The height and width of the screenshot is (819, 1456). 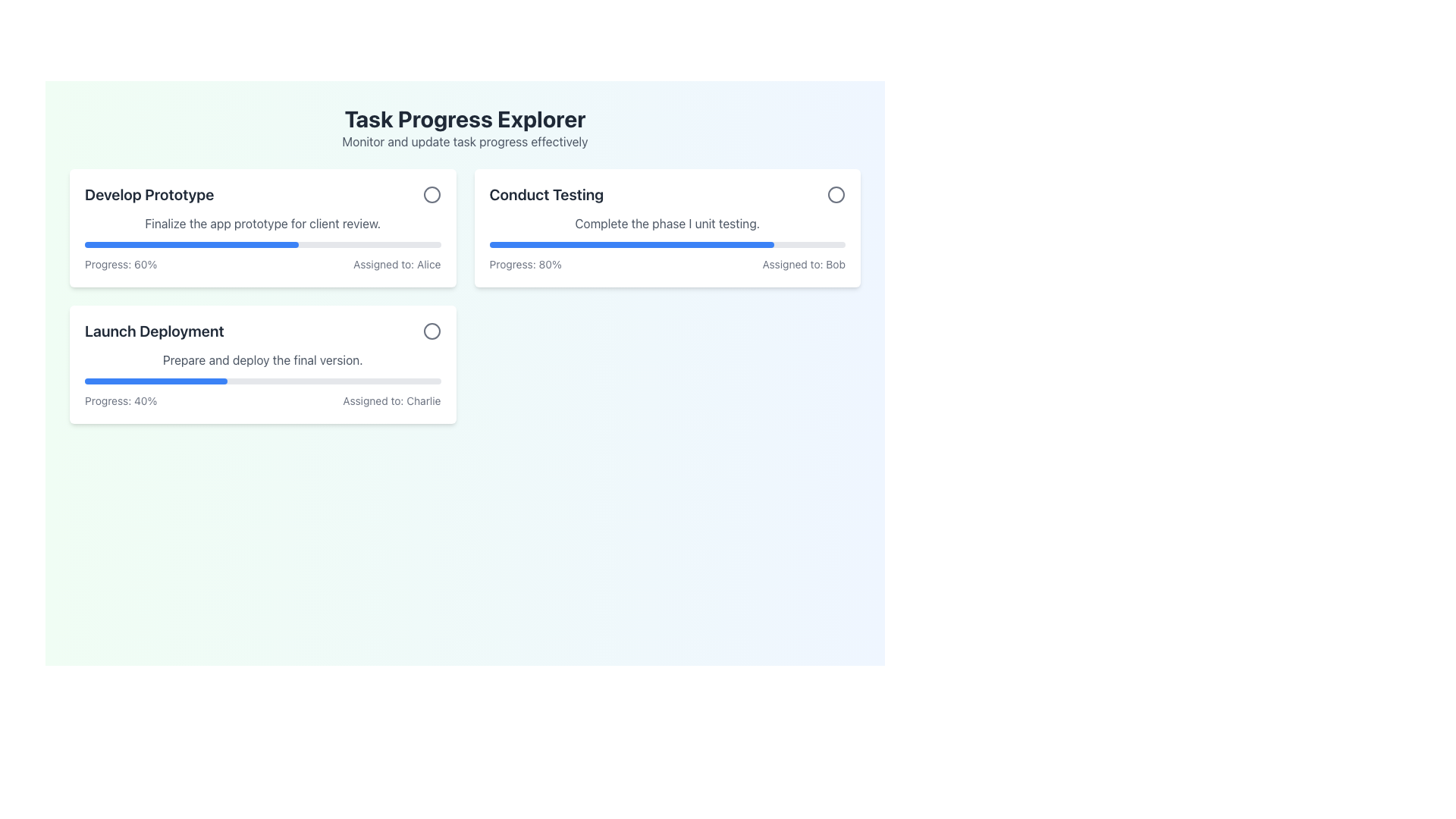 I want to click on header text that orients users to the task progress explorer section, positioned at the top-center of the interface, above the text 'Monitor and update task progress effectively', so click(x=464, y=118).